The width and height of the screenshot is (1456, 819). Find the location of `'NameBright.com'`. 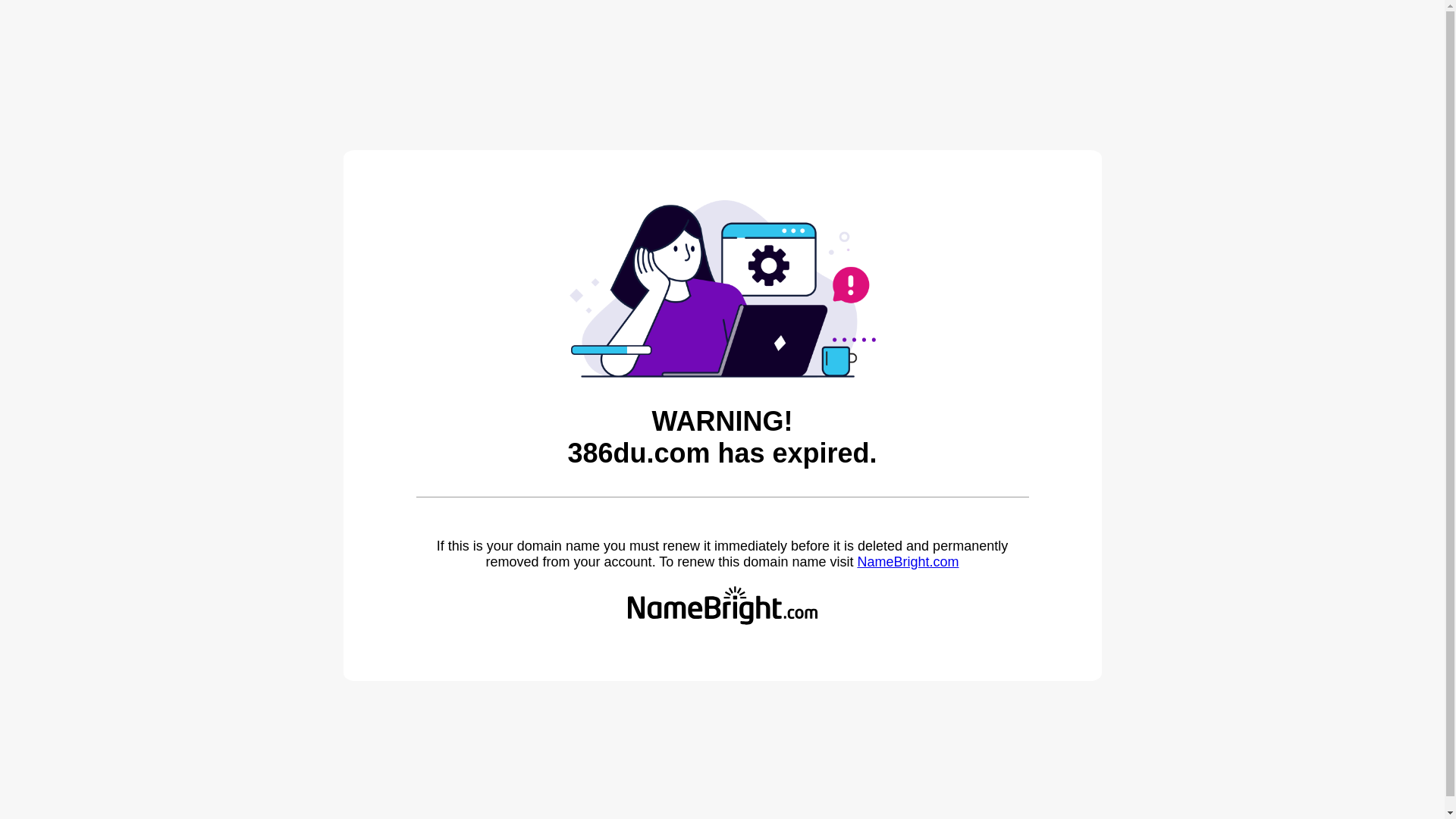

'NameBright.com' is located at coordinates (907, 561).